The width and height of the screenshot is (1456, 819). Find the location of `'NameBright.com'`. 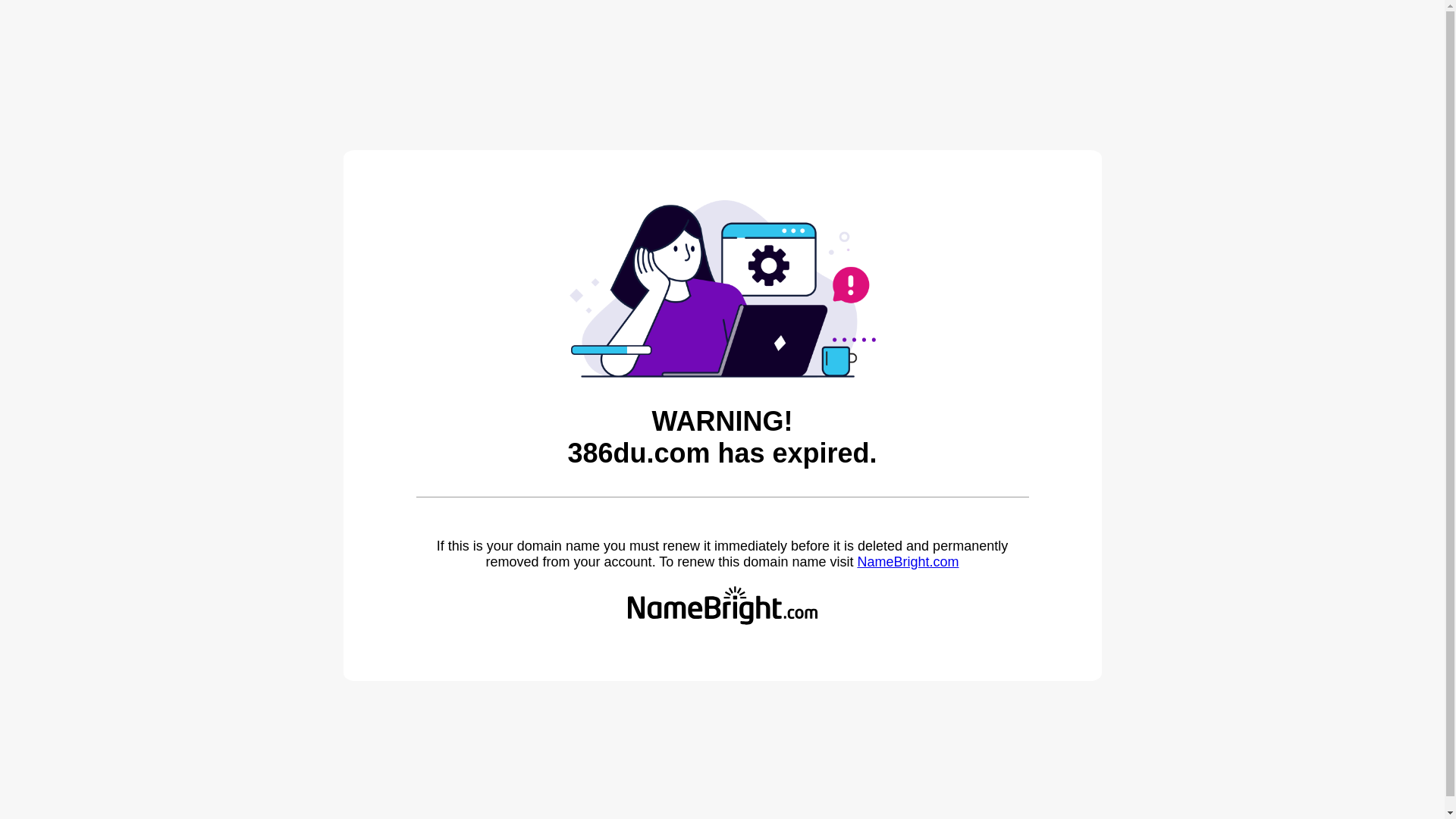

'NameBright.com' is located at coordinates (907, 561).